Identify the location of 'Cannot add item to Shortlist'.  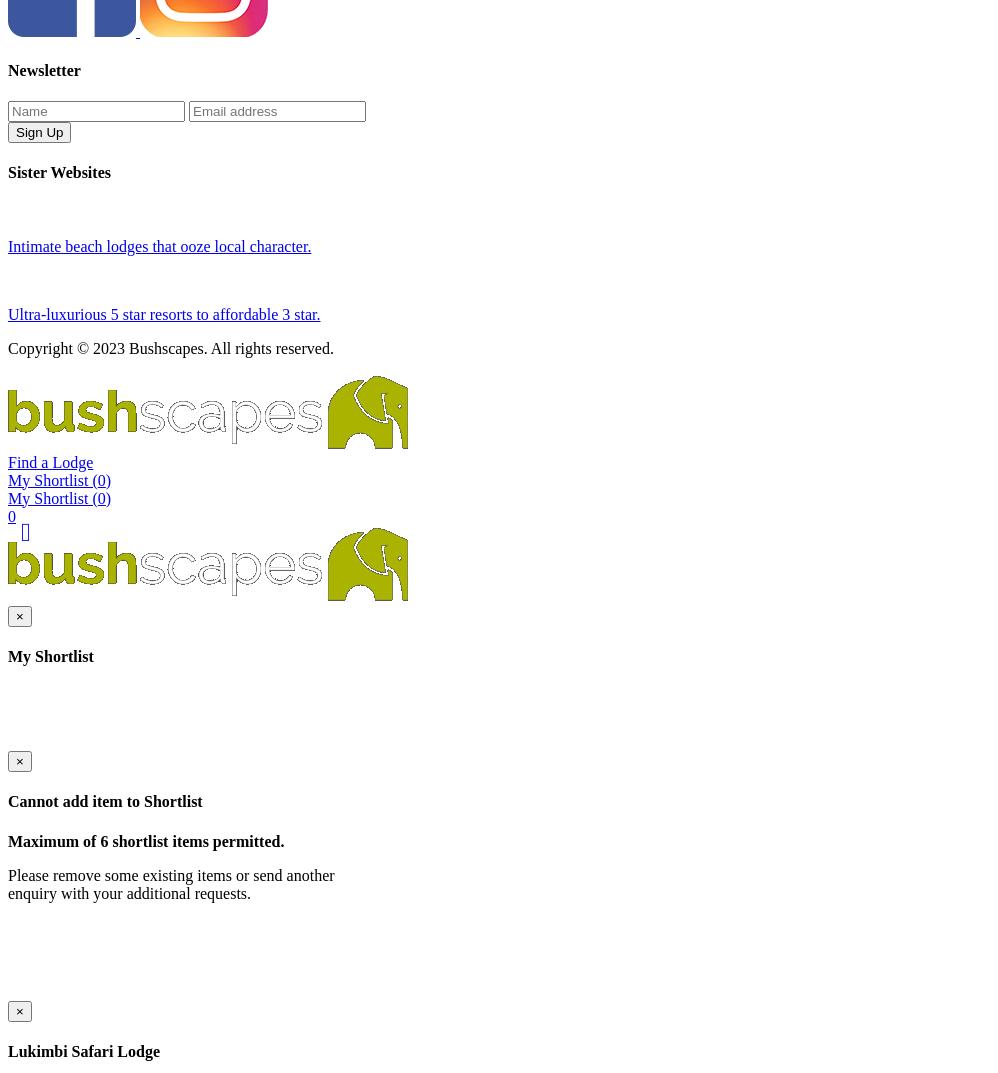
(104, 934).